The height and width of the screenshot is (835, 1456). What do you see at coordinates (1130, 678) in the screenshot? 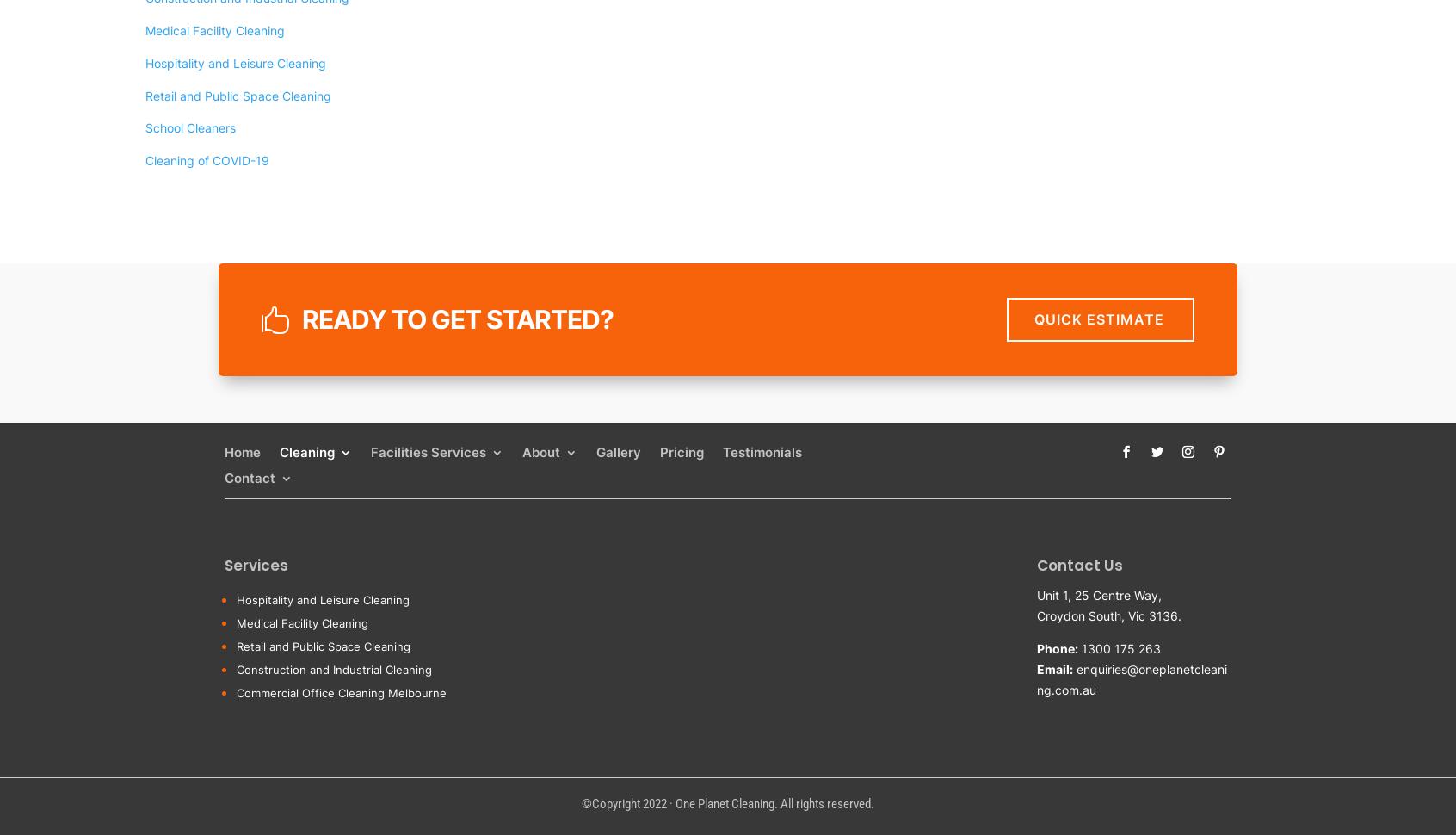
I see `'enquiries@oneplanetcleaning.com.au'` at bounding box center [1130, 678].